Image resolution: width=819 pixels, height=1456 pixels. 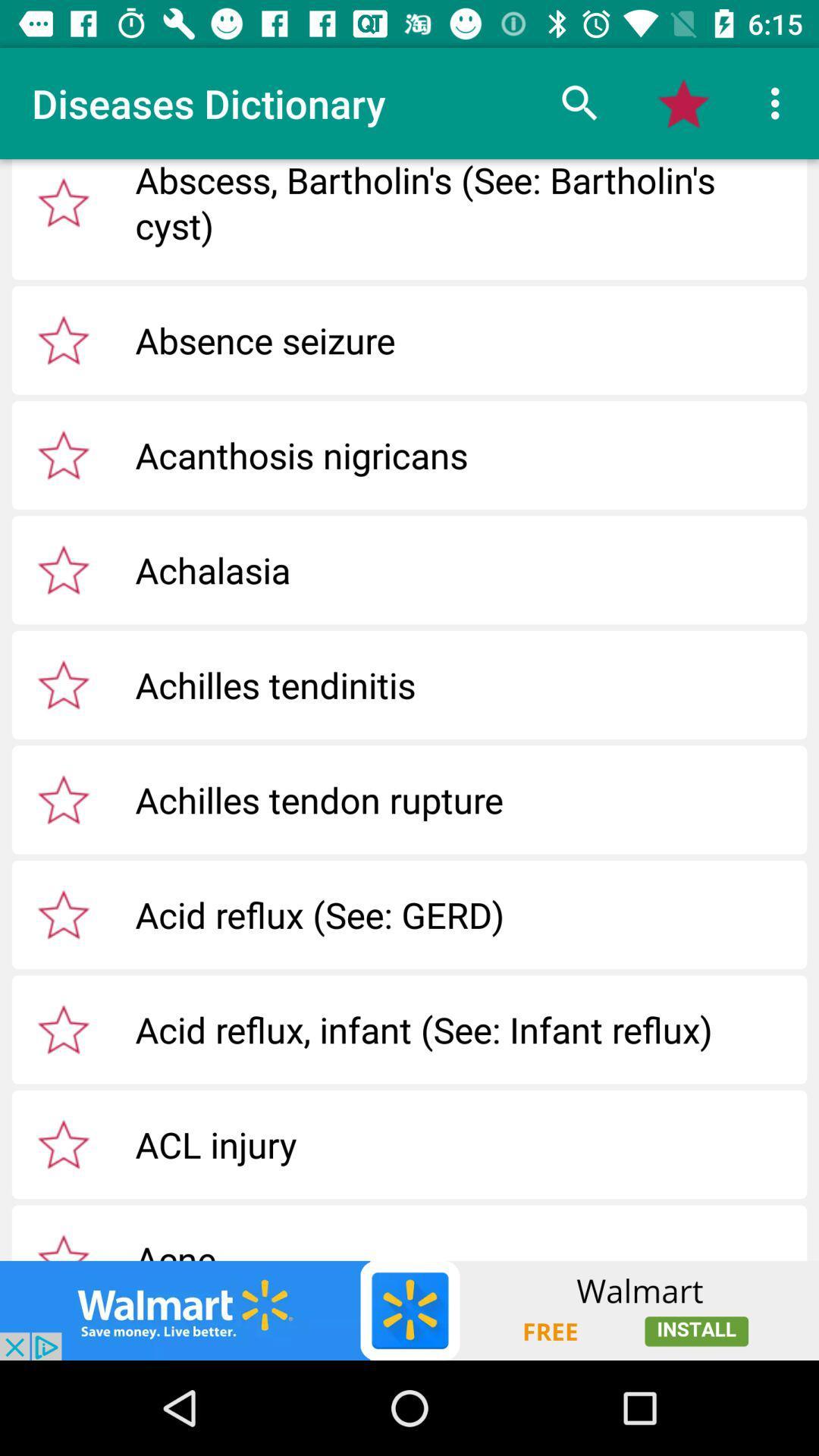 What do you see at coordinates (63, 683) in the screenshot?
I see `dictionary entry` at bounding box center [63, 683].